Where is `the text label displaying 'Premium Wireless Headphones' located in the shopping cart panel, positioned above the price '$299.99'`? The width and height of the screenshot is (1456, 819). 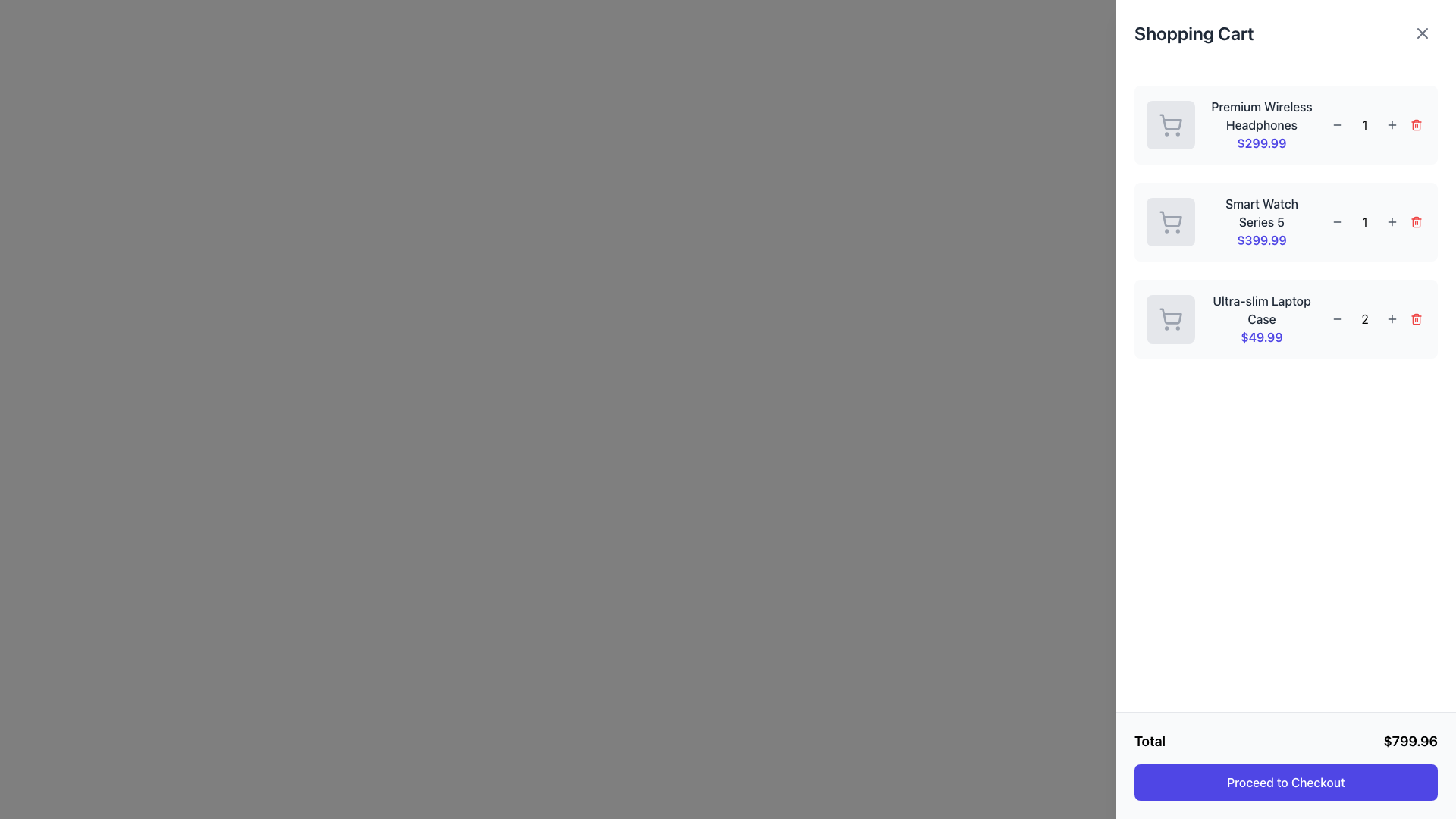 the text label displaying 'Premium Wireless Headphones' located in the shopping cart panel, positioned above the price '$299.99' is located at coordinates (1262, 115).